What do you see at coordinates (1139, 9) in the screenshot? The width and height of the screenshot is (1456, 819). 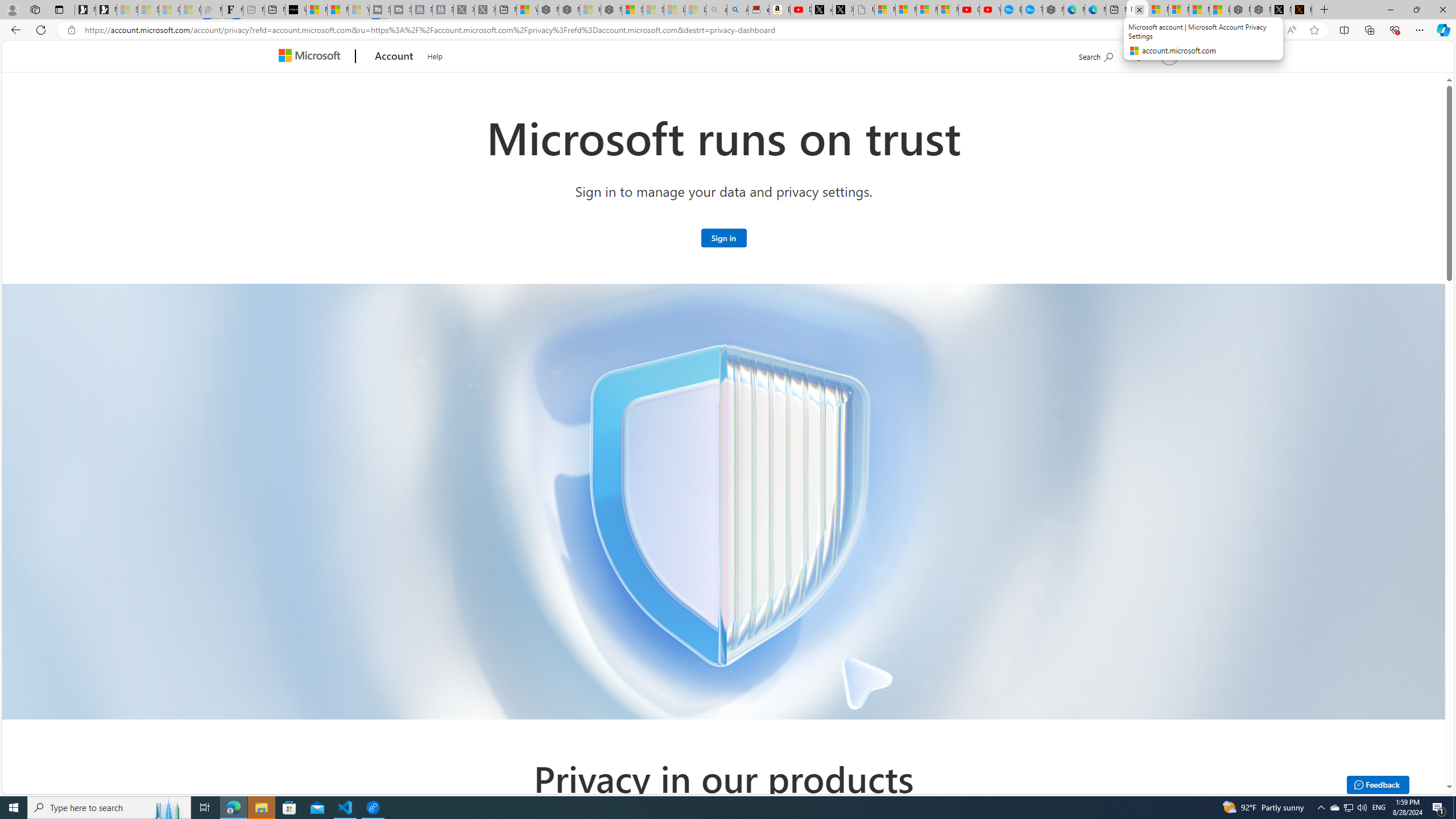 I see `'Close tab'` at bounding box center [1139, 9].